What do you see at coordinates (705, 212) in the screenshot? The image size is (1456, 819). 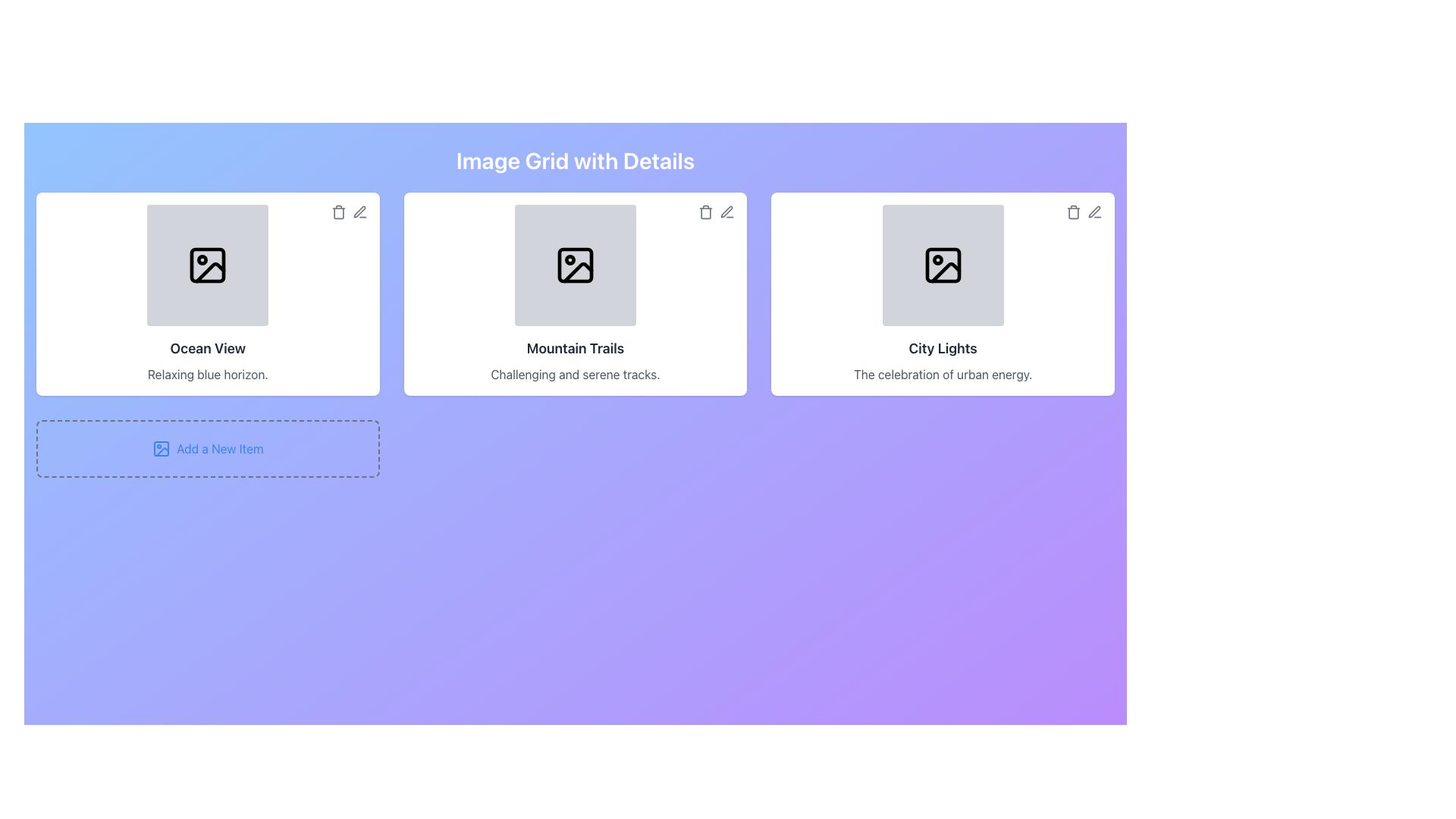 I see `the trash or delete icon located in the top-right corner of the second item in the grid layout` at bounding box center [705, 212].